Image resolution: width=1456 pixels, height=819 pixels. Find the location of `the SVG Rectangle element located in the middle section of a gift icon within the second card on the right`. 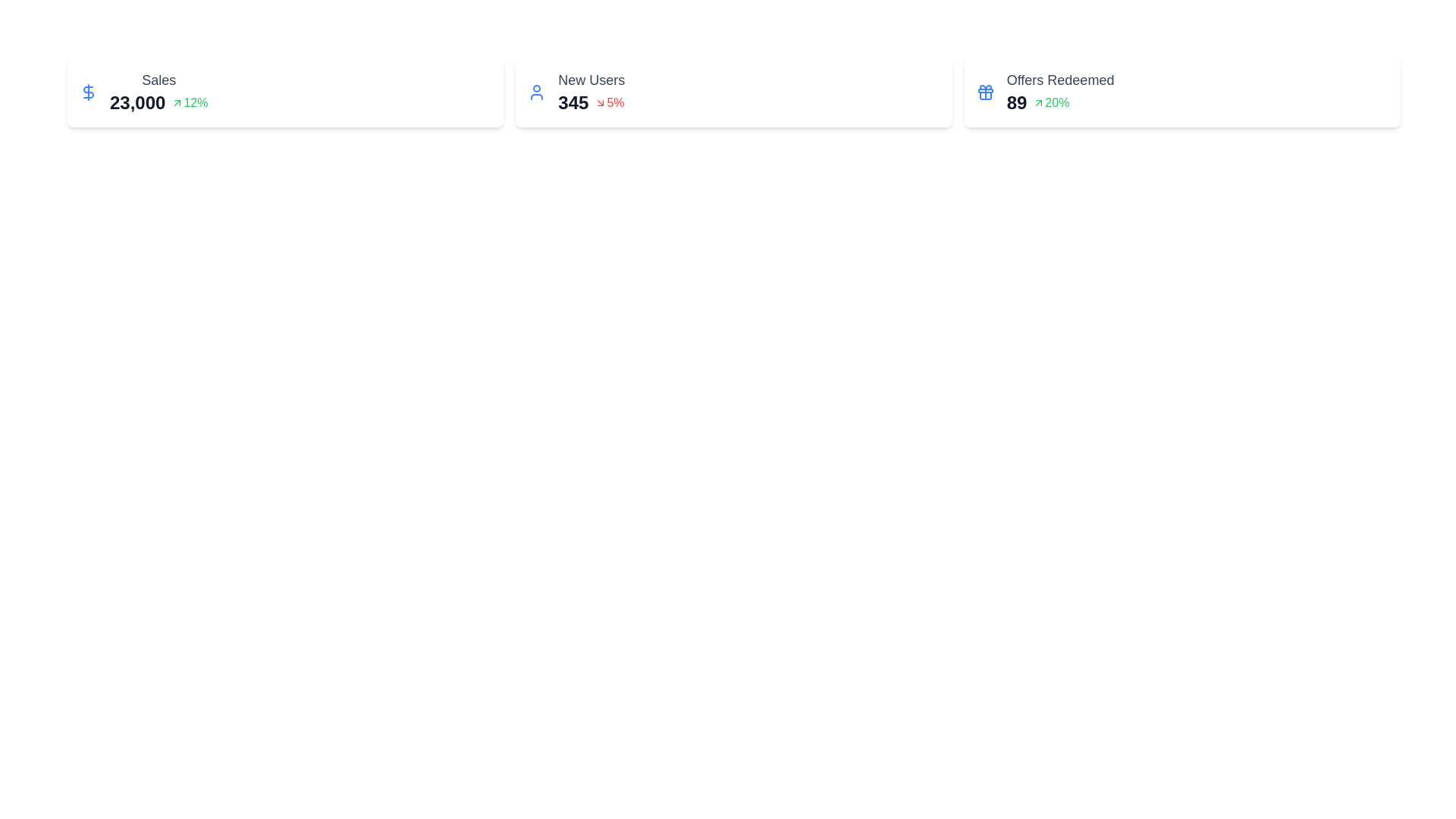

the SVG Rectangle element located in the middle section of a gift icon within the second card on the right is located at coordinates (985, 90).